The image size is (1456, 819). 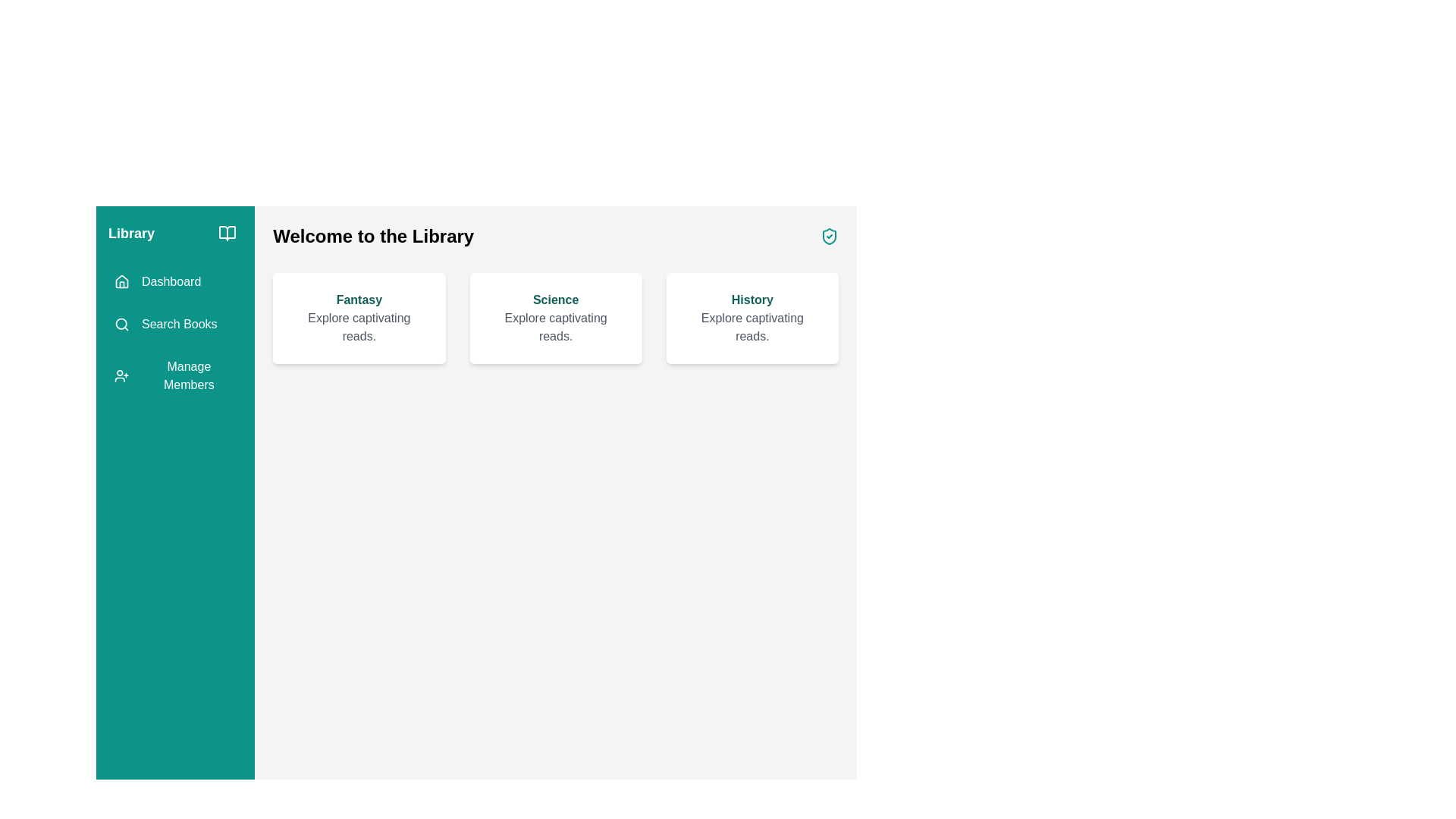 What do you see at coordinates (555, 318) in the screenshot?
I see `the 'Science' informational card, which is the second card in a horizontal row of three cards under the heading 'Welcome to the Library'` at bounding box center [555, 318].